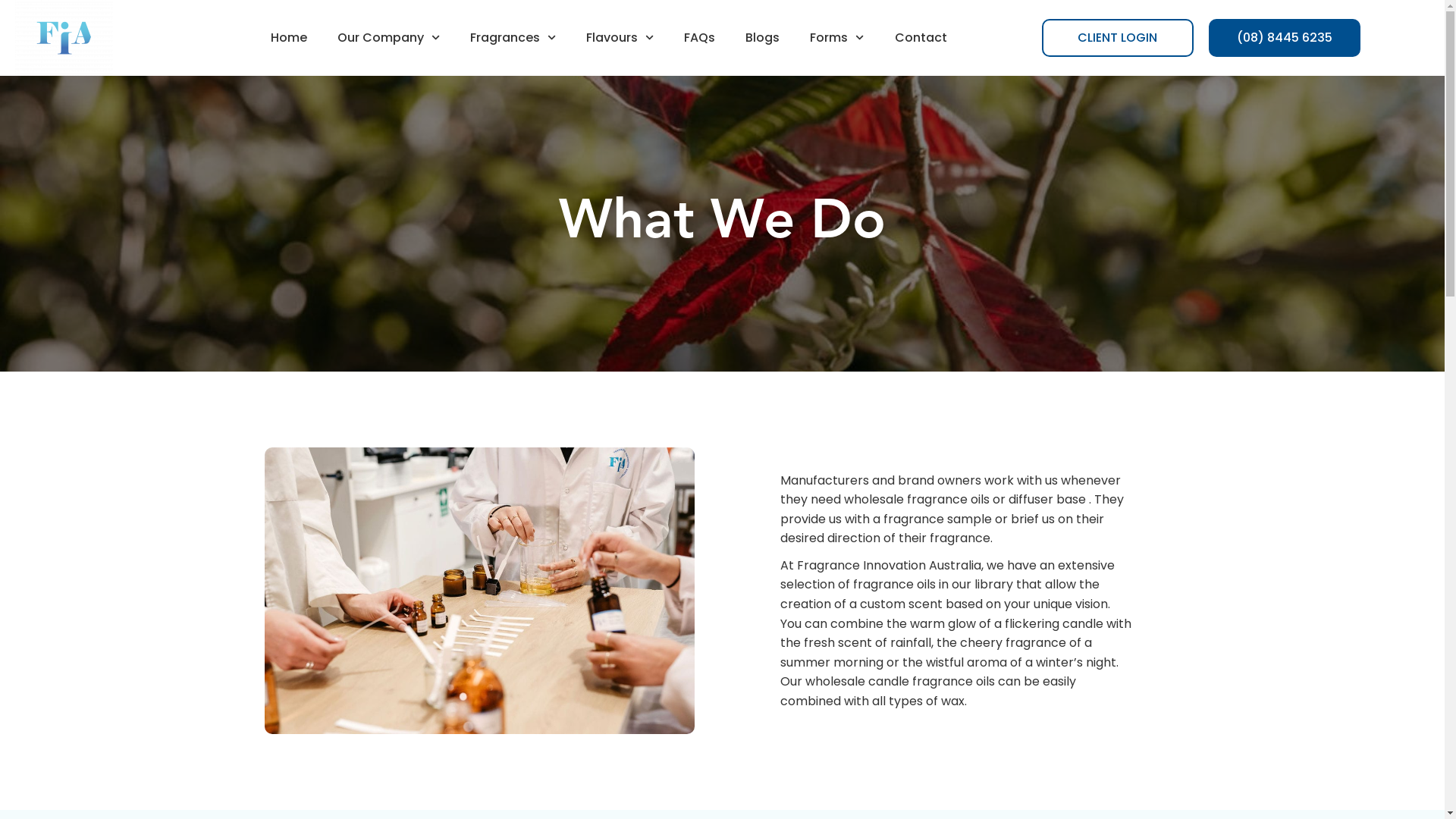 This screenshot has height=819, width=1456. I want to click on 'Our Company', so click(322, 37).